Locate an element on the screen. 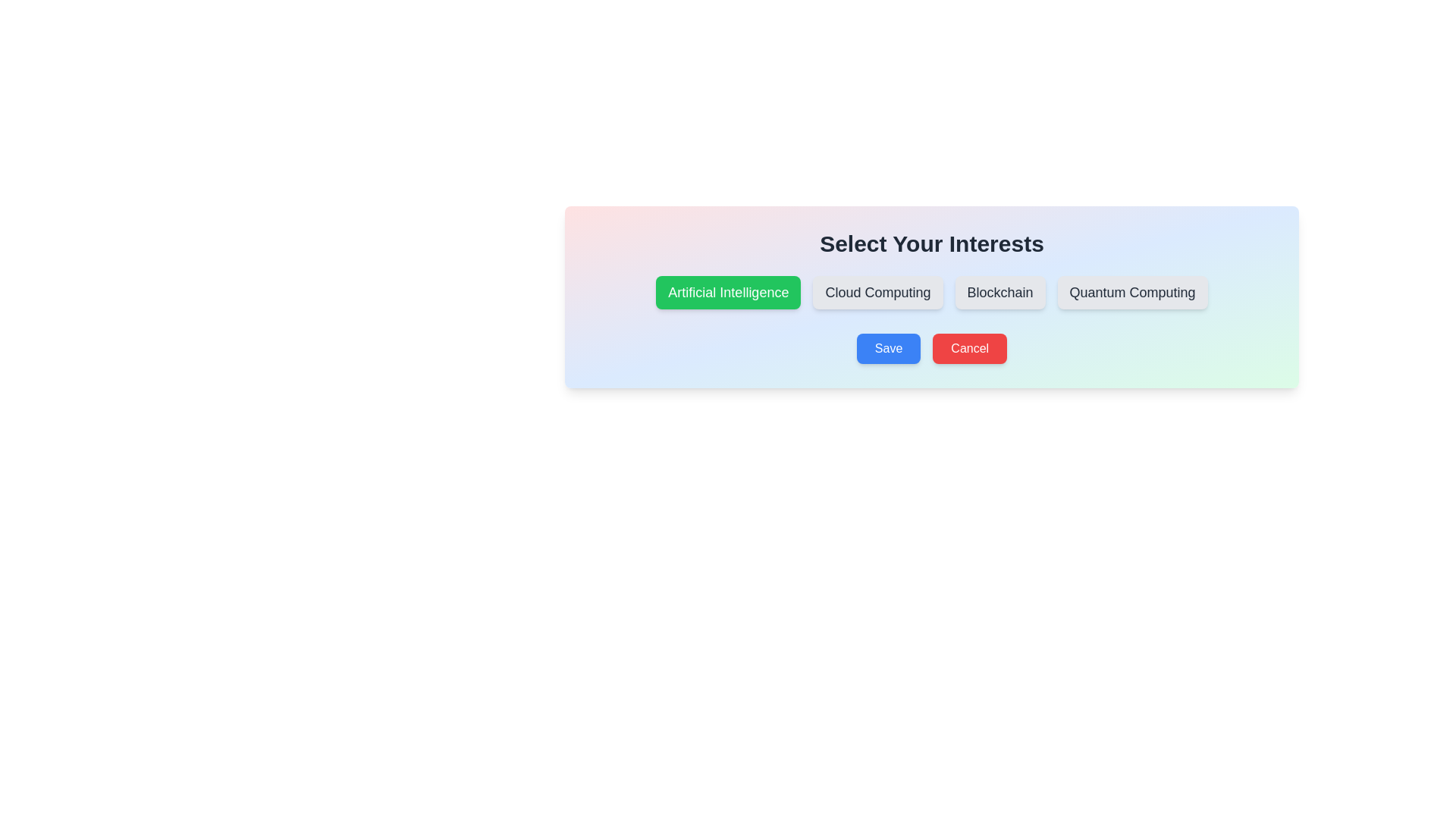 Image resolution: width=1456 pixels, height=819 pixels. the button corresponding to the topic Quantum Computing to select or deselect it is located at coordinates (1132, 292).